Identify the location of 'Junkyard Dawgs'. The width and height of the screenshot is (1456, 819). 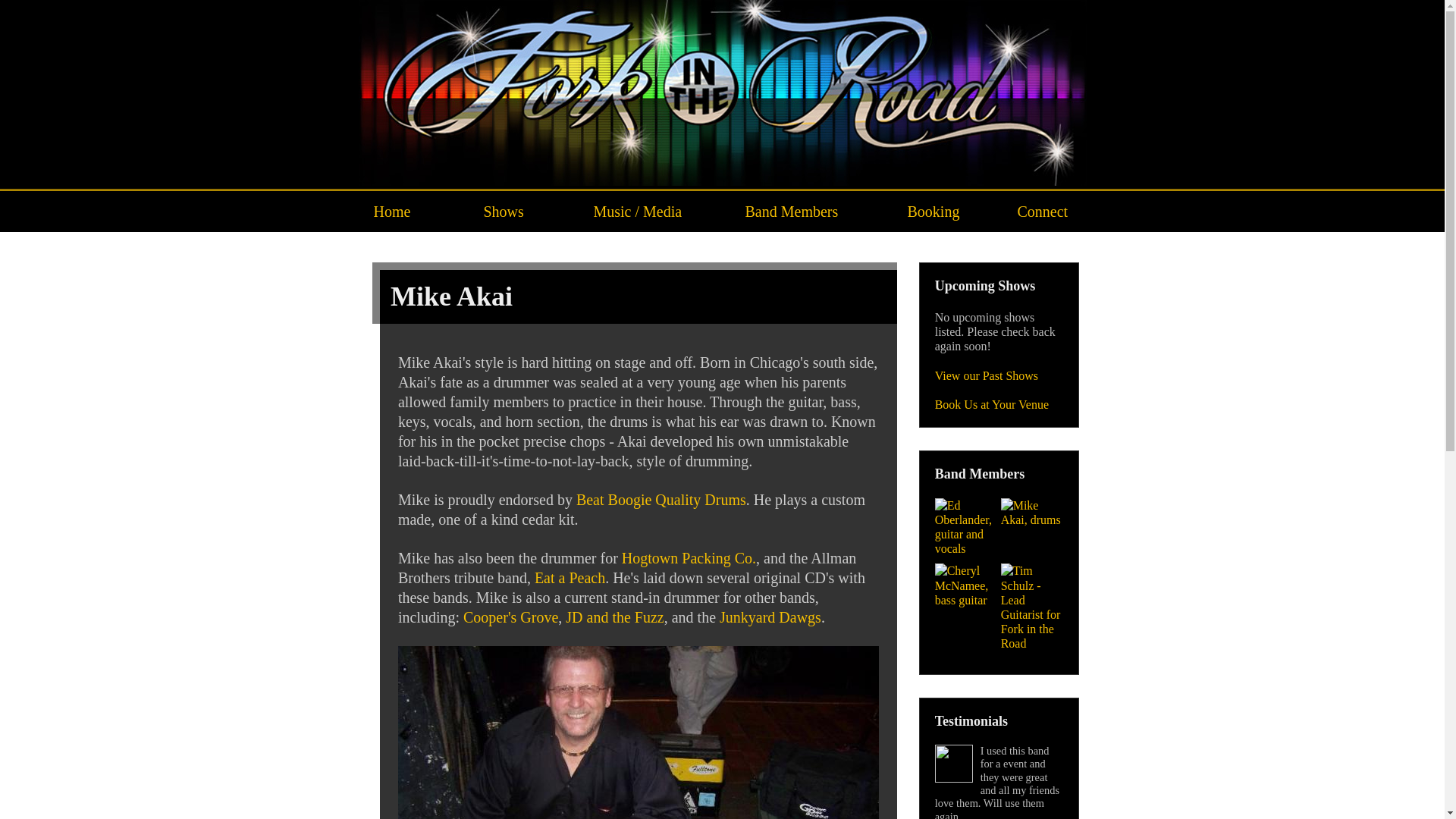
(770, 617).